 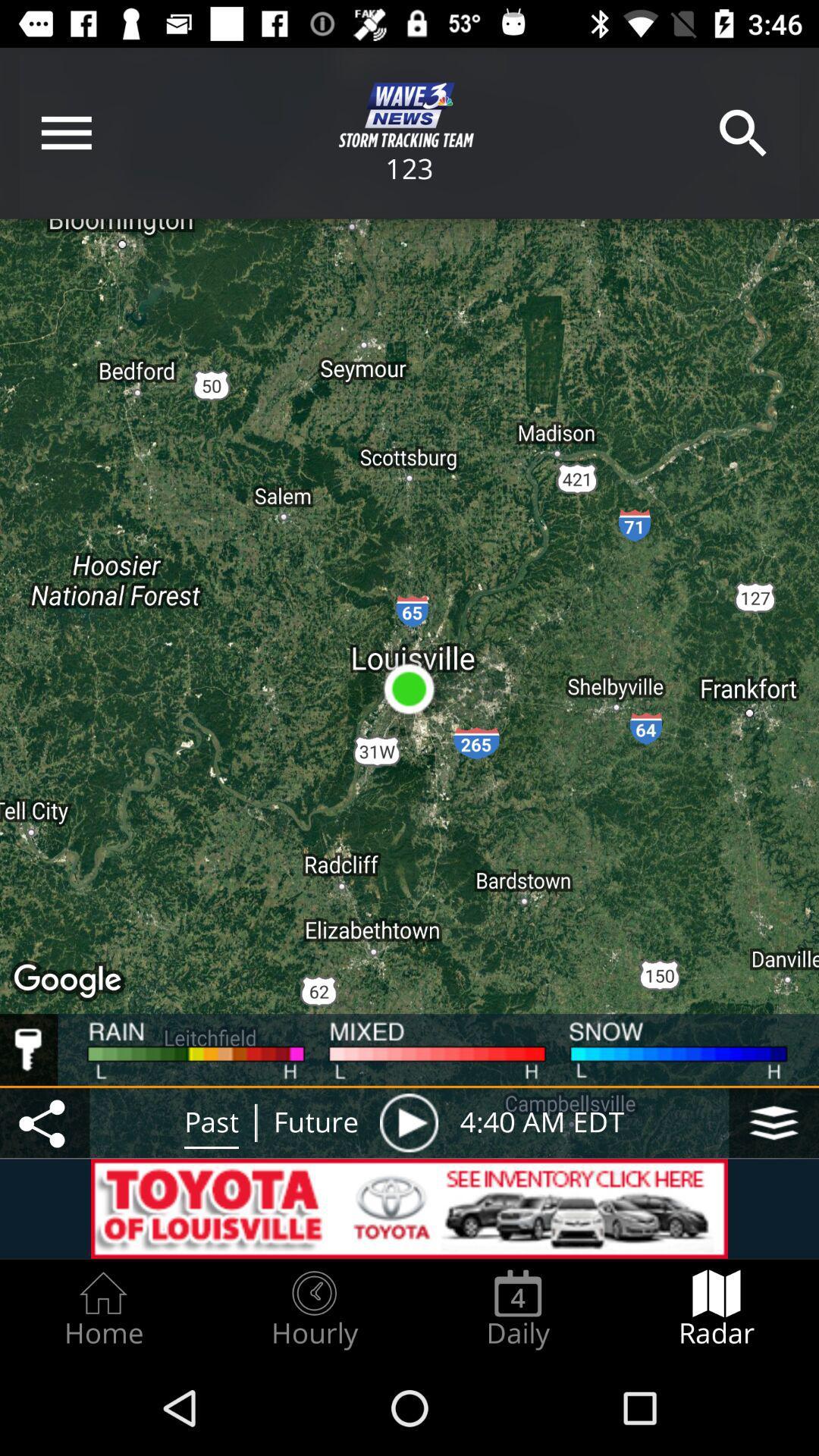 What do you see at coordinates (408, 1122) in the screenshot?
I see `the icon to the left of 4 40 am icon` at bounding box center [408, 1122].